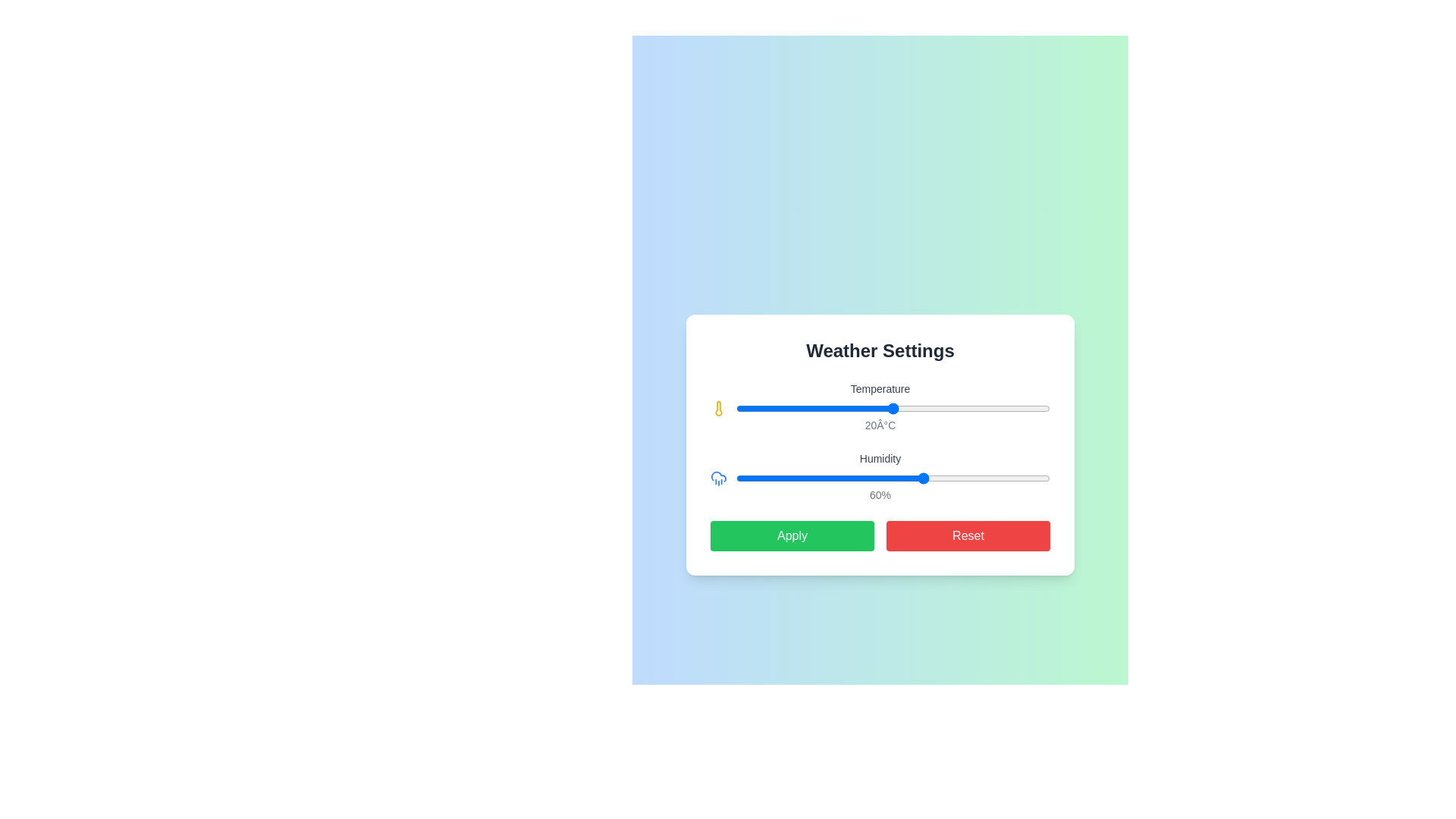 The height and width of the screenshot is (819, 1456). Describe the element at coordinates (952, 479) in the screenshot. I see `humidity` at that location.